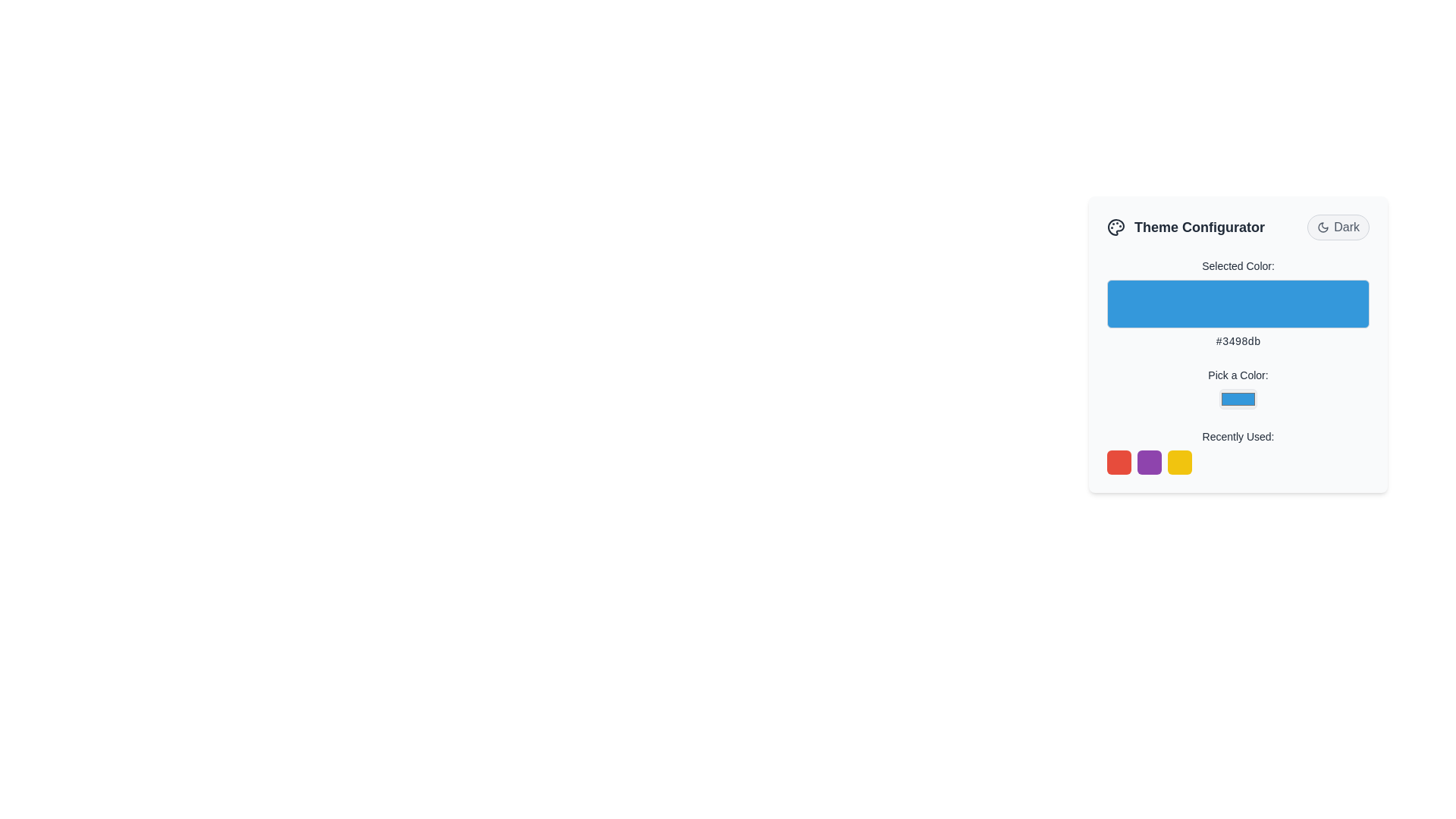 The width and height of the screenshot is (1456, 819). What do you see at coordinates (1238, 342) in the screenshot?
I see `the static text displaying the hexadecimal color code, which is located below the 'Selected Color:' label and the color preview rectangle` at bounding box center [1238, 342].